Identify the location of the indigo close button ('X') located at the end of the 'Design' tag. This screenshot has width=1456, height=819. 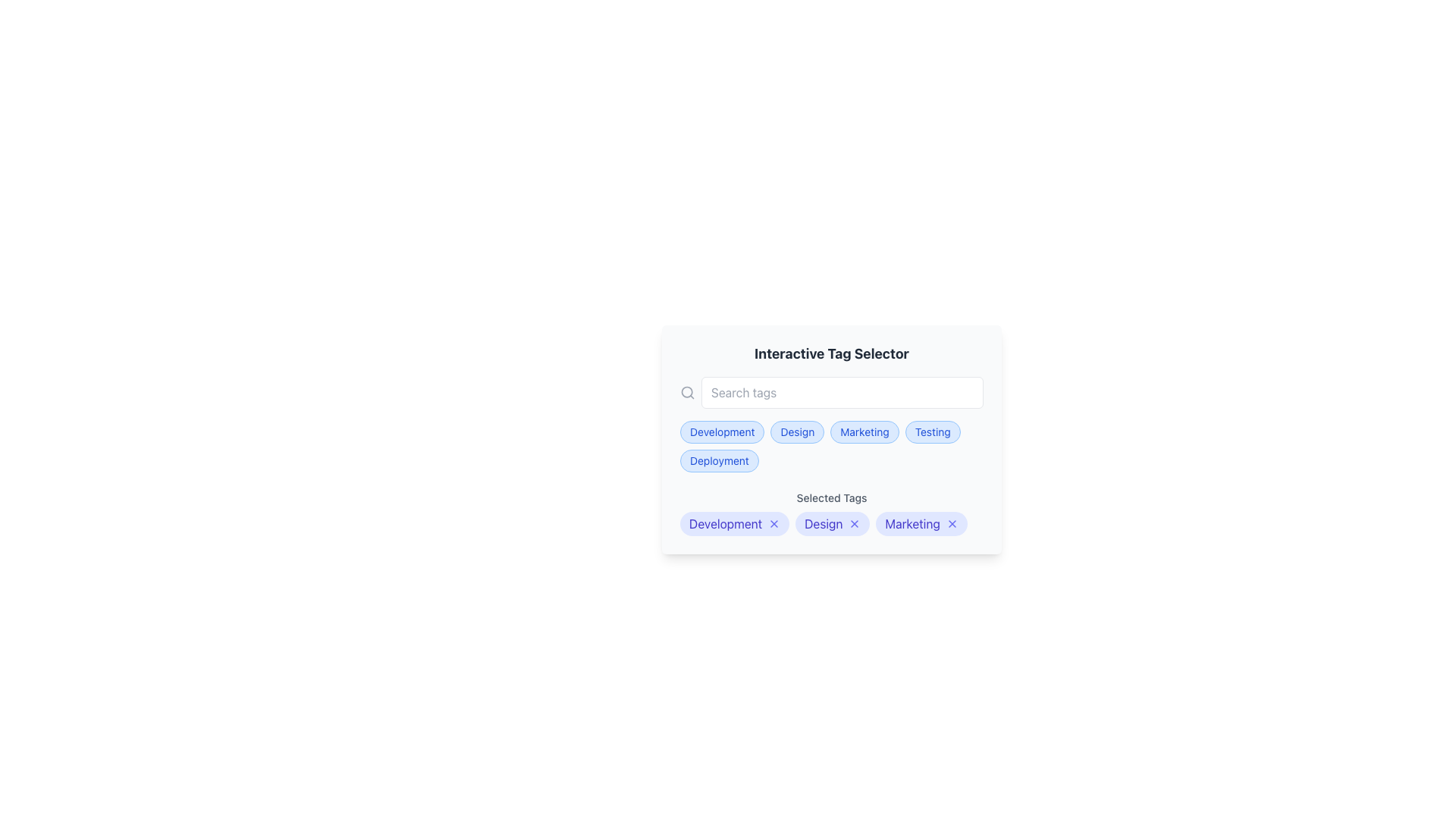
(855, 522).